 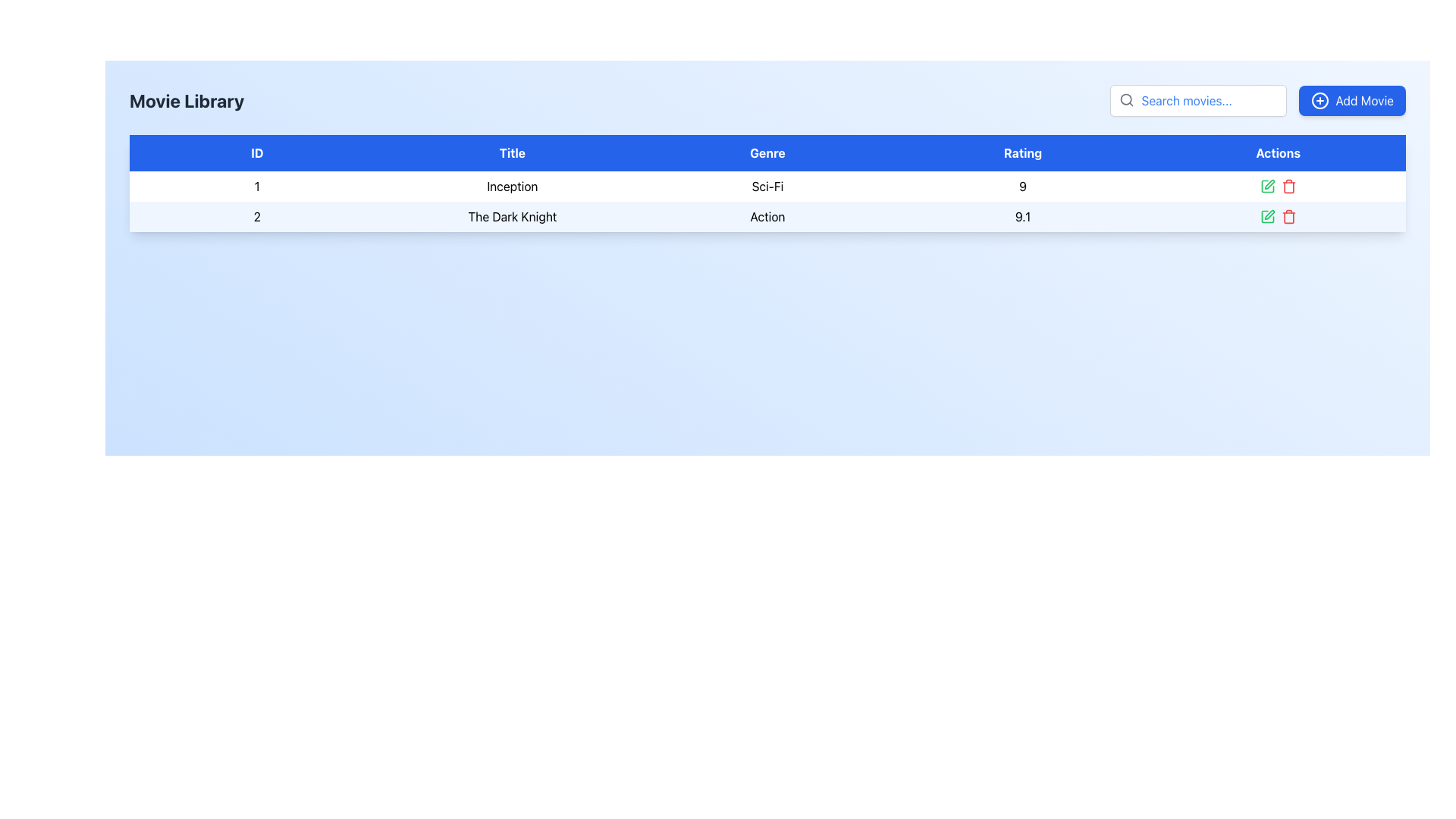 What do you see at coordinates (257, 186) in the screenshot?
I see `the unique identifier or serial number text element located in the 'ID' column of the upper section of the table` at bounding box center [257, 186].